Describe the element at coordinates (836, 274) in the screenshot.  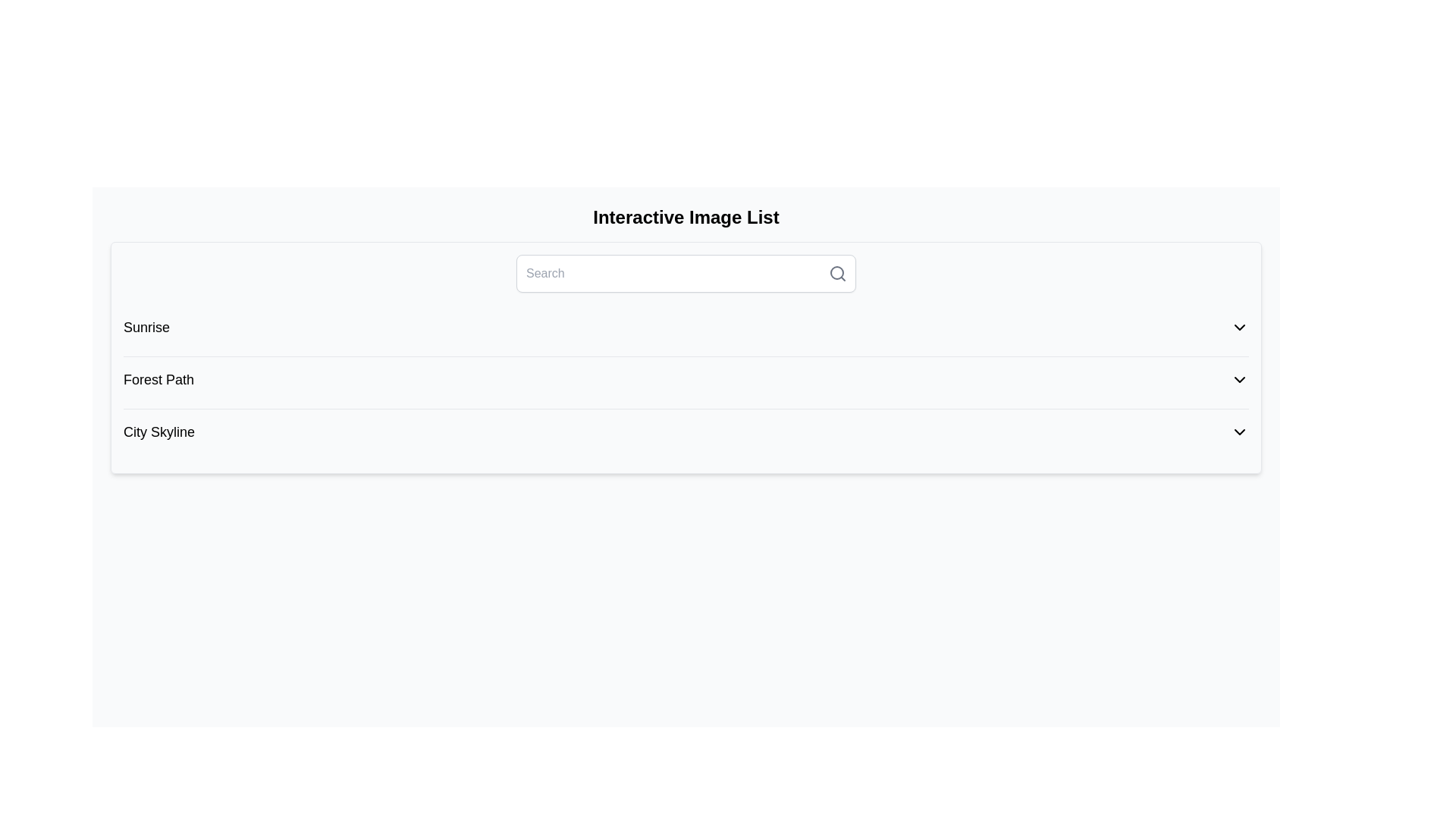
I see `the search icon located on the right side of the search bar to trigger a tooltip or visual feedback` at that location.